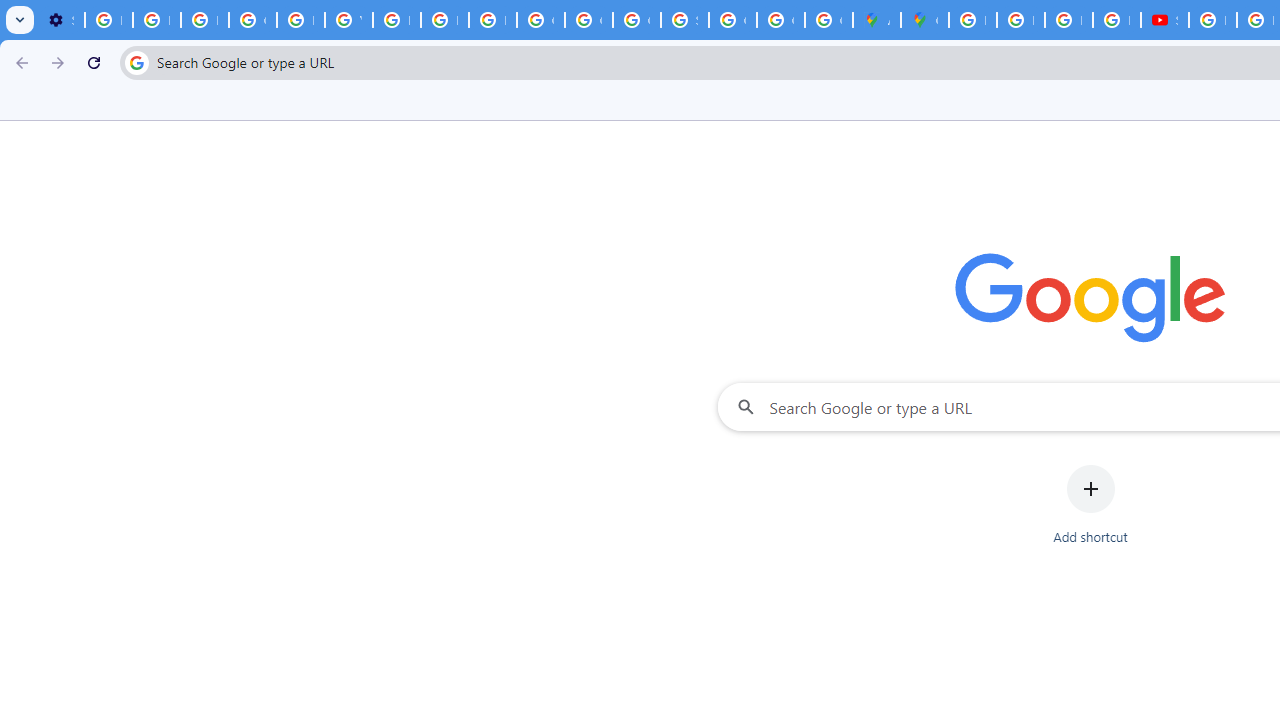 This screenshot has height=720, width=1280. What do you see at coordinates (1164, 20) in the screenshot?
I see `'Subscriptions - YouTube'` at bounding box center [1164, 20].